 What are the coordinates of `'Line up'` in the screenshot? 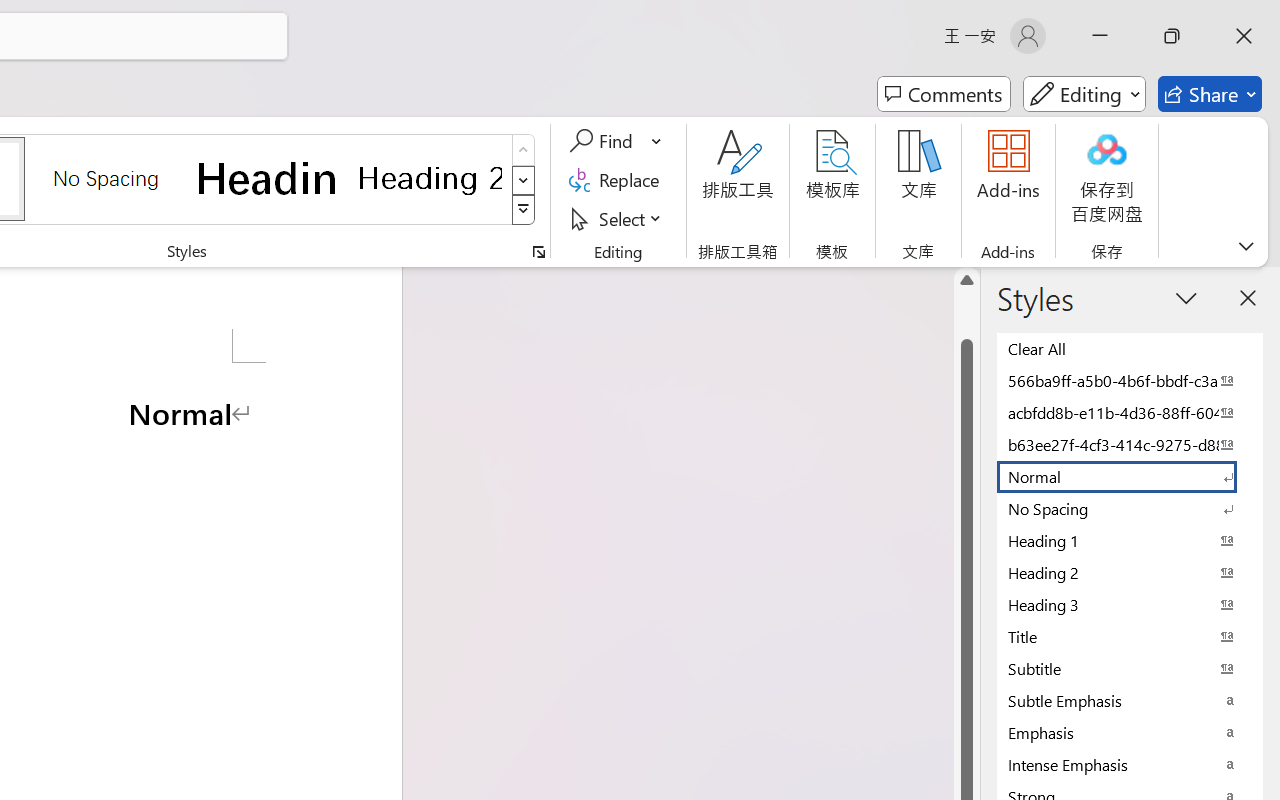 It's located at (967, 280).